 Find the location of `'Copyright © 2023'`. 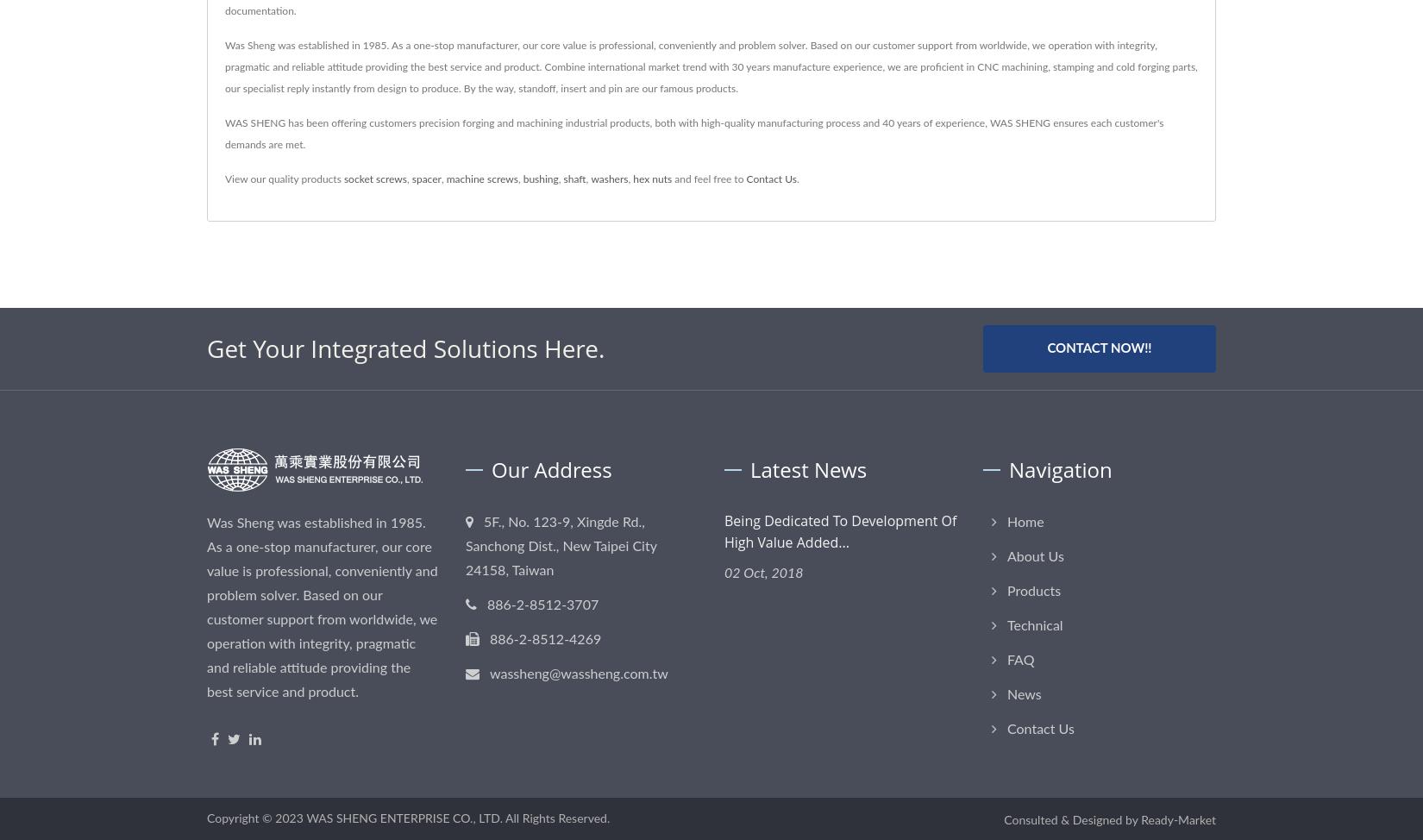

'Copyright © 2023' is located at coordinates (256, 818).